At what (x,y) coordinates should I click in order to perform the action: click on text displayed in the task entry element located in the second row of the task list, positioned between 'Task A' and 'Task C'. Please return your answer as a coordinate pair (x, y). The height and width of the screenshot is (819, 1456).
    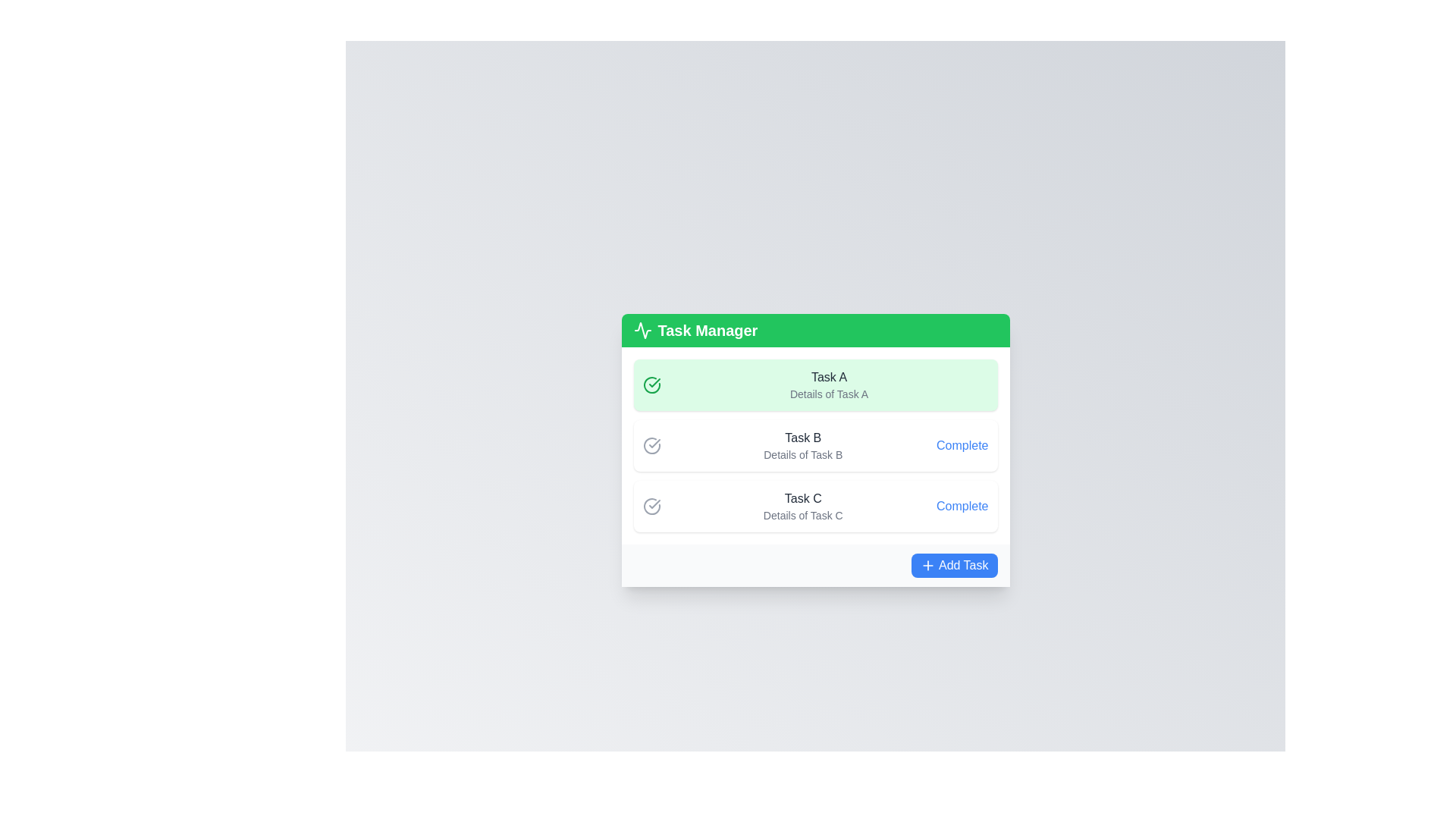
    Looking at the image, I should click on (802, 444).